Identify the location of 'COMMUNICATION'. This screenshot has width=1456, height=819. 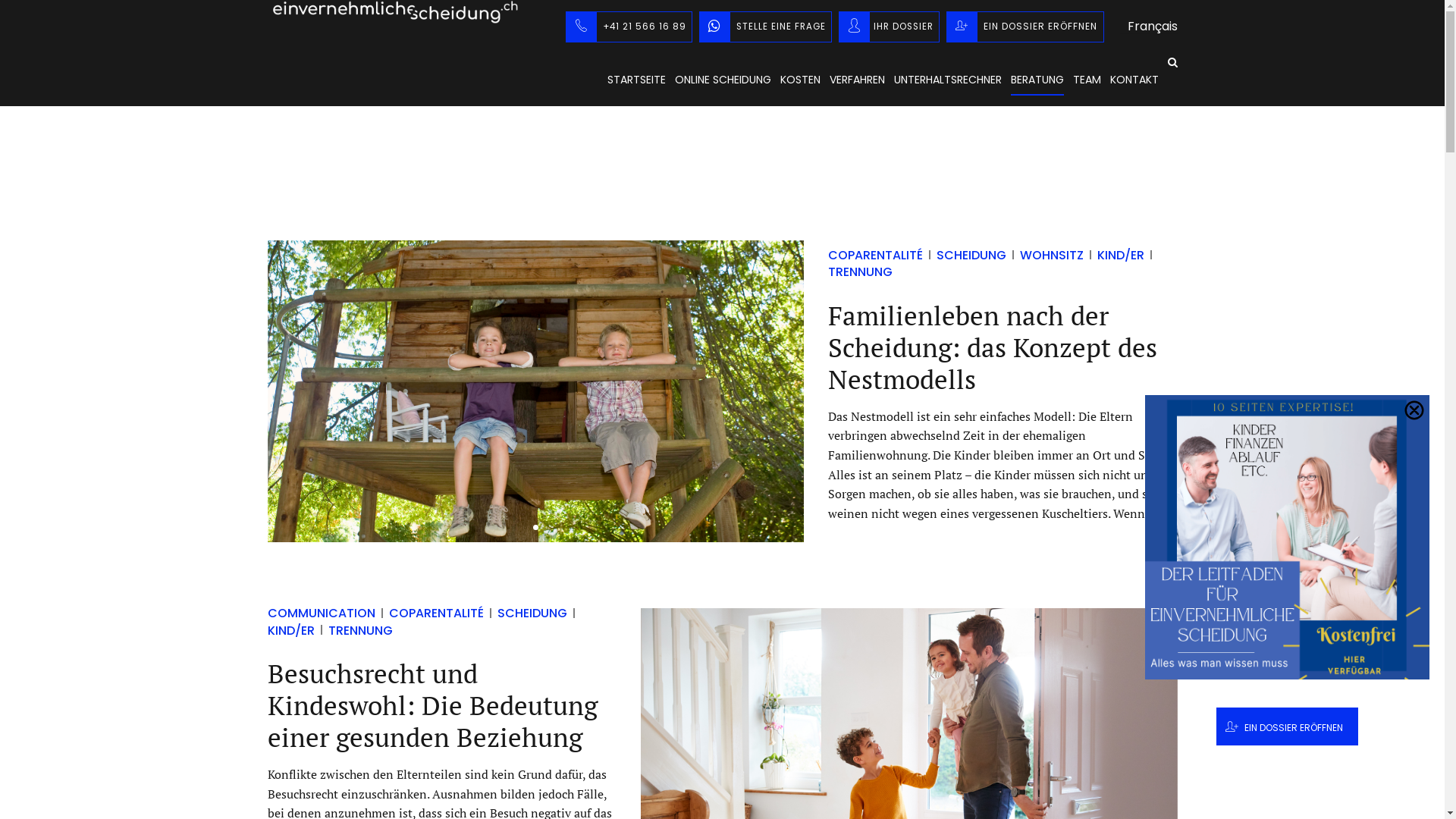
(320, 612).